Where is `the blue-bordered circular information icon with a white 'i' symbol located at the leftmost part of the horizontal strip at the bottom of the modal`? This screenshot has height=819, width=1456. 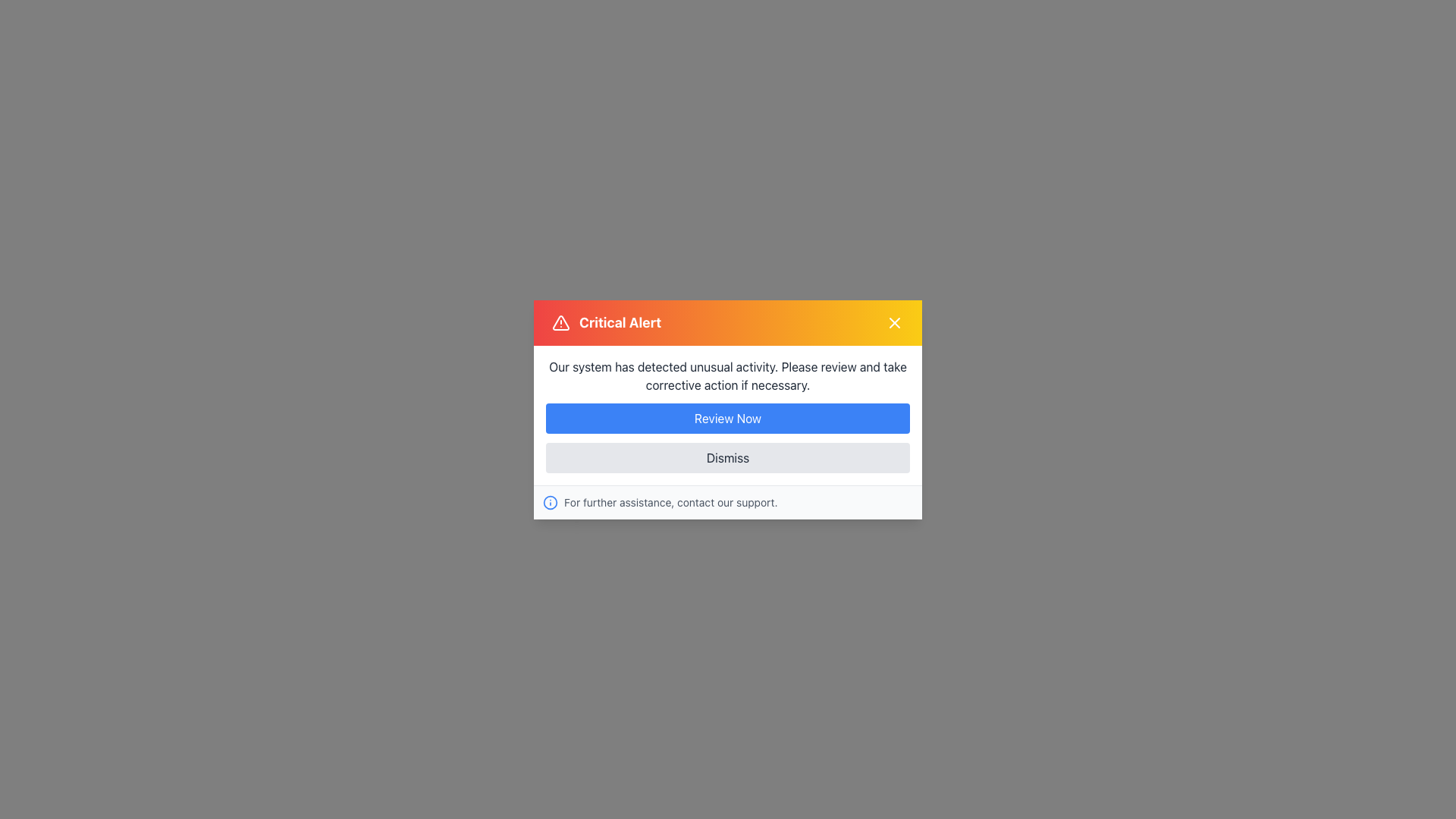
the blue-bordered circular information icon with a white 'i' symbol located at the leftmost part of the horizontal strip at the bottom of the modal is located at coordinates (549, 502).